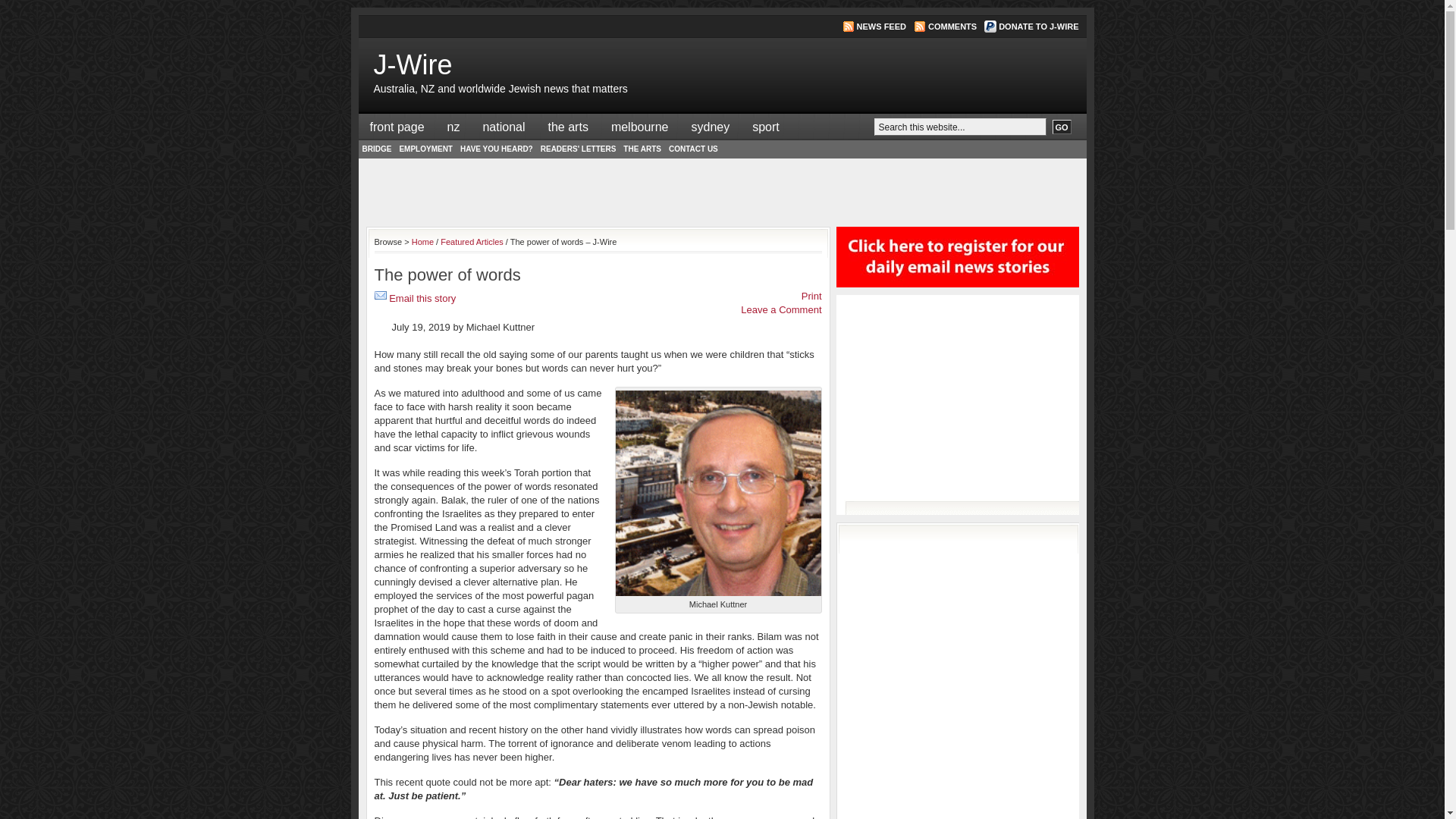 The width and height of the screenshot is (1456, 819). Describe the element at coordinates (998, 26) in the screenshot. I see `'DONATE TO J-WIRE'` at that location.